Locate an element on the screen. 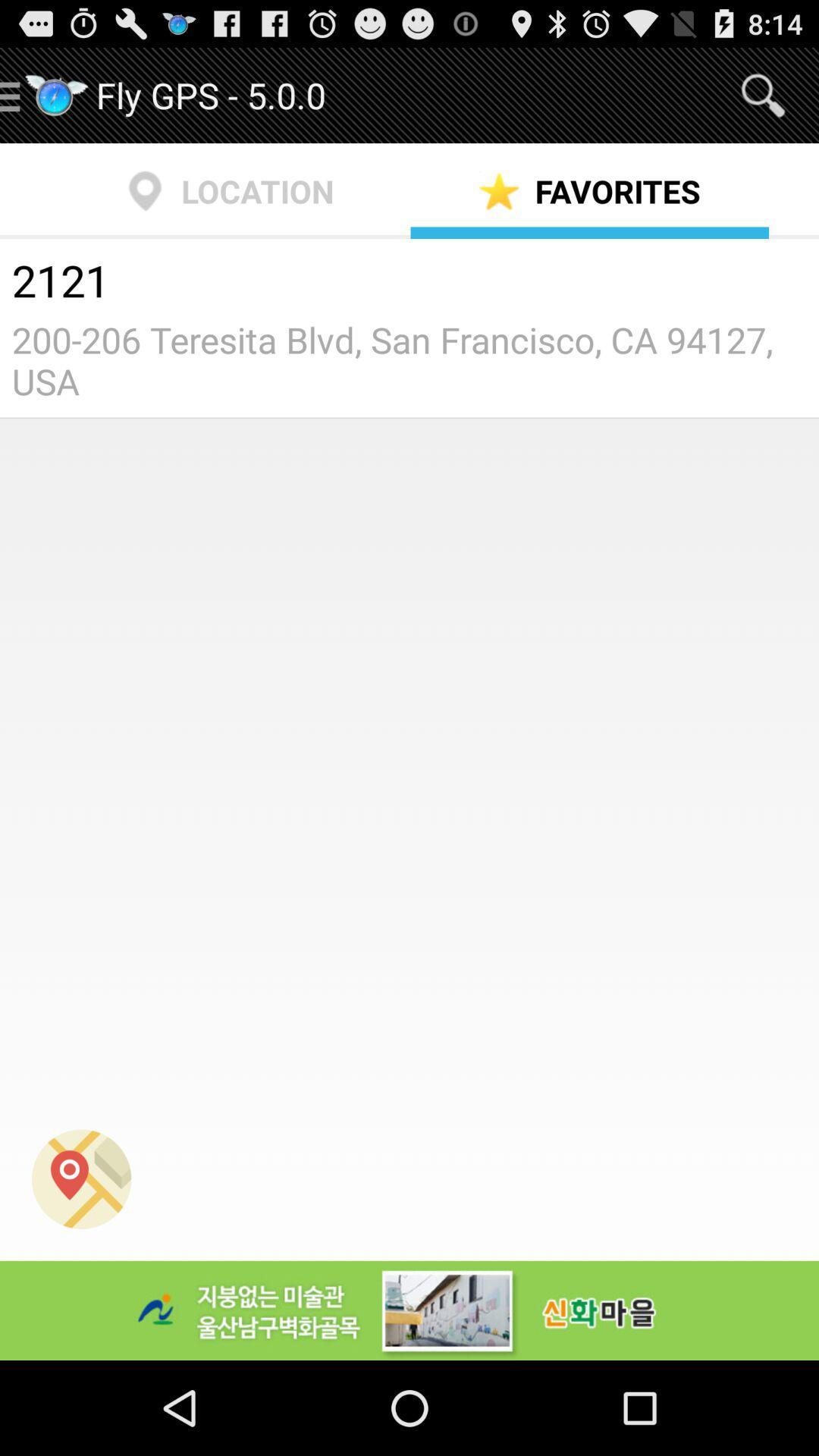 This screenshot has height=1456, width=819. the icon next to the fly gps 5 icon is located at coordinates (763, 94).